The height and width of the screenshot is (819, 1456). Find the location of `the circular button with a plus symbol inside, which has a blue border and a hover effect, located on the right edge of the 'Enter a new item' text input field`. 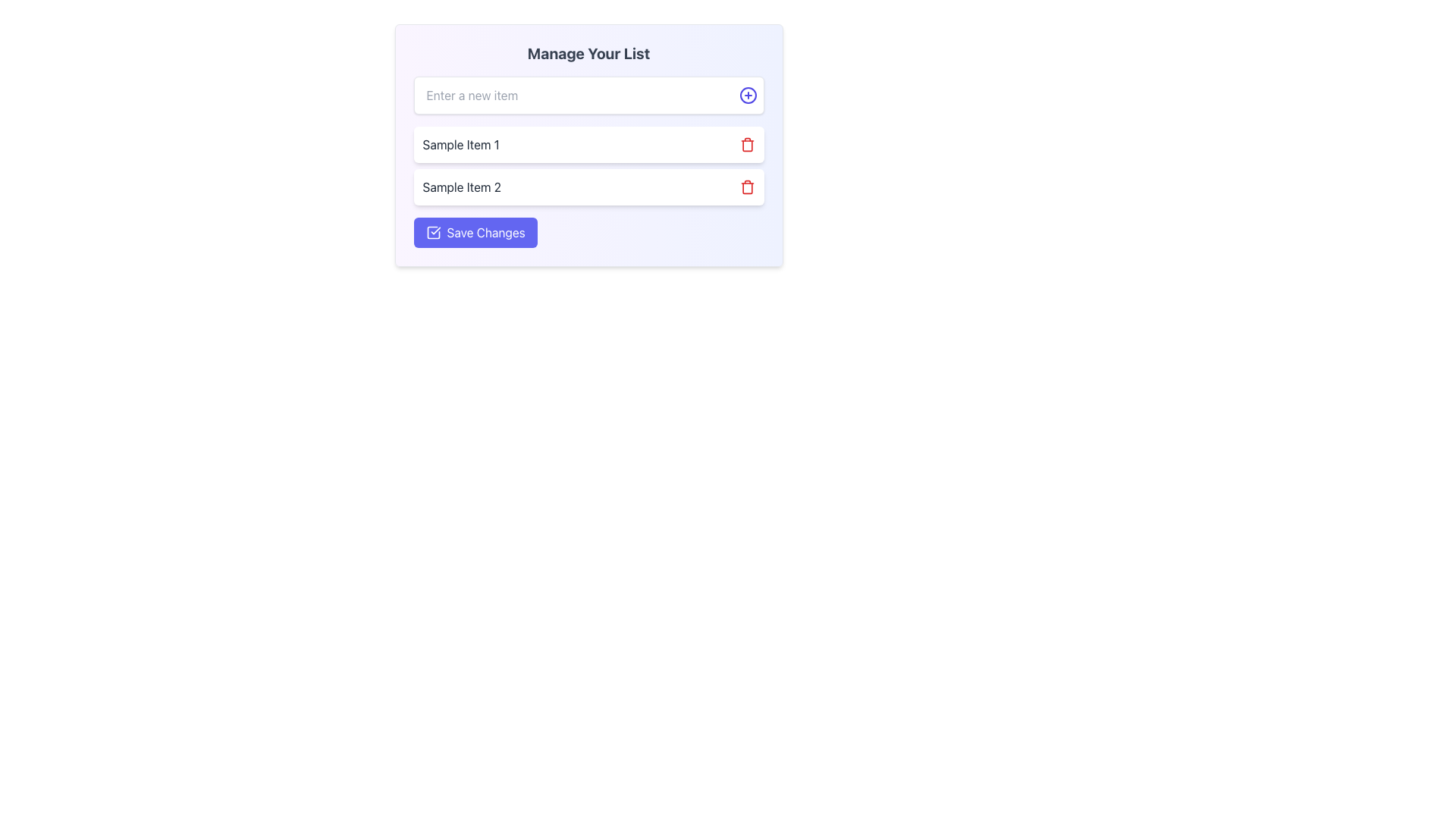

the circular button with a plus symbol inside, which has a blue border and a hover effect, located on the right edge of the 'Enter a new item' text input field is located at coordinates (748, 96).